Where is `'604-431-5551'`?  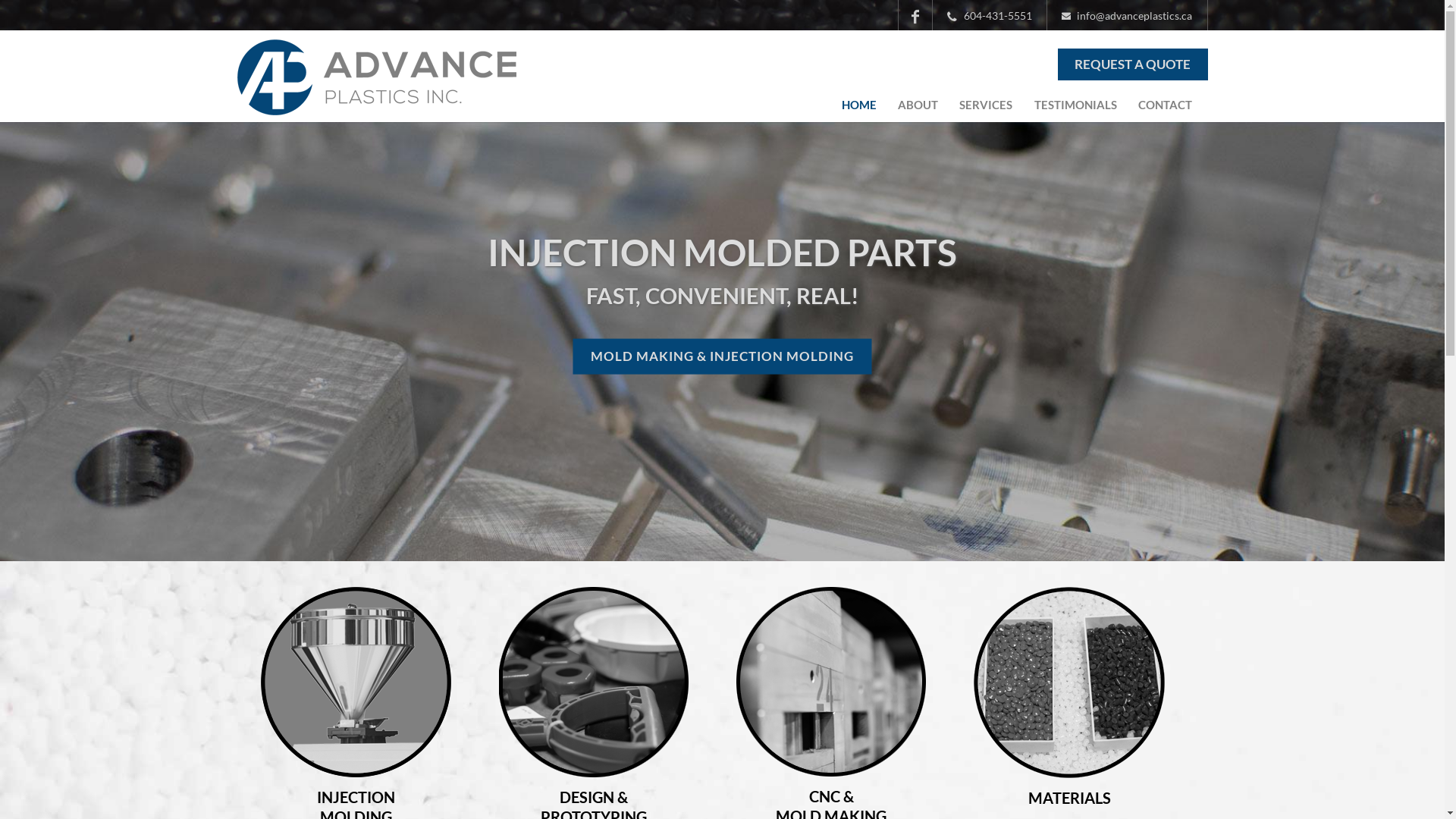
'604-431-5551' is located at coordinates (931, 14).